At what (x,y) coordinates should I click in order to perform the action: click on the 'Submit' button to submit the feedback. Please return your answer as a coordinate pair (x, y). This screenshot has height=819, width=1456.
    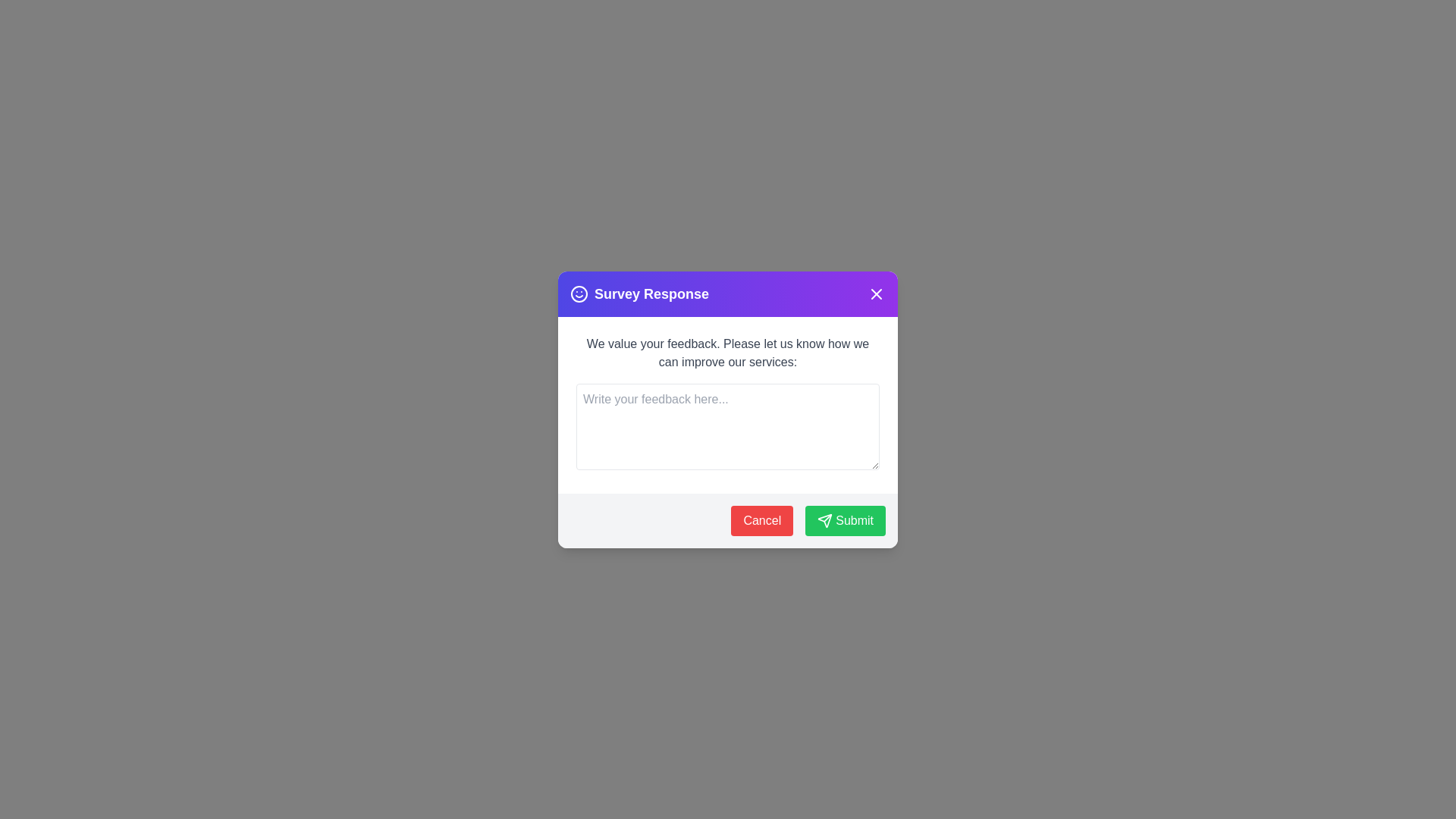
    Looking at the image, I should click on (844, 519).